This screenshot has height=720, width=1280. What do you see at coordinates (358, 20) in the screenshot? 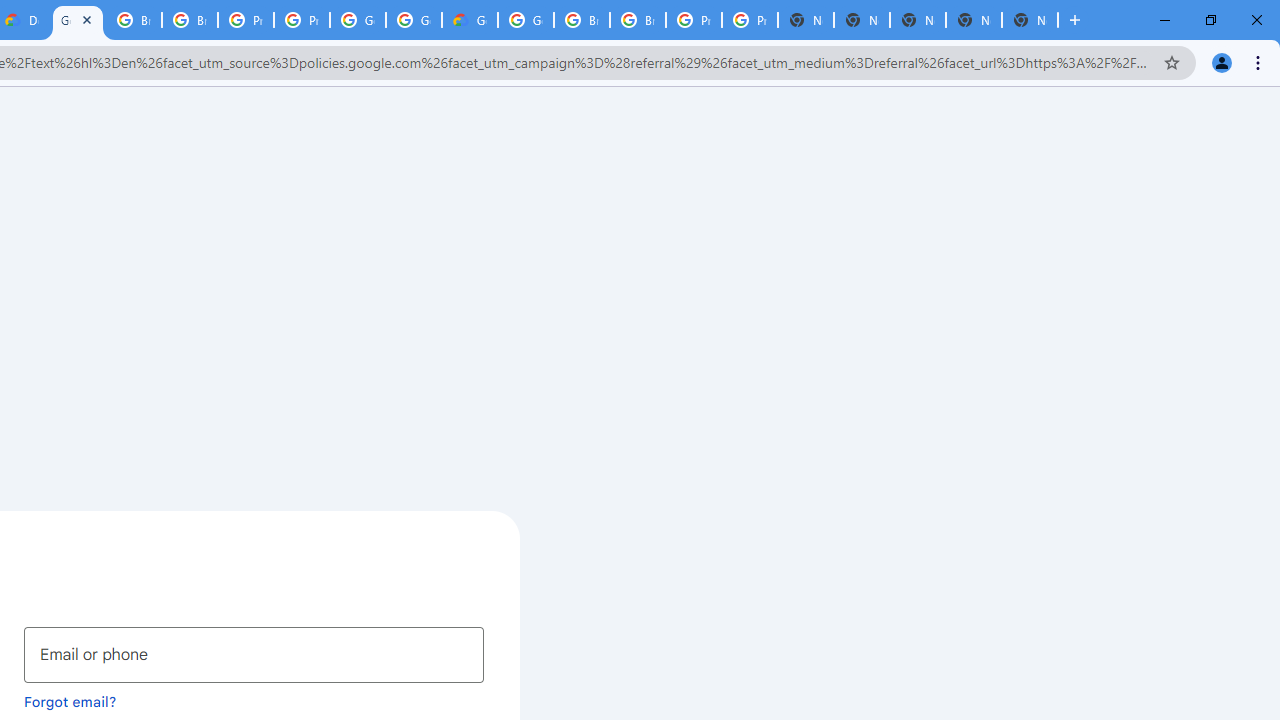
I see `'Google Cloud Platform'` at bounding box center [358, 20].